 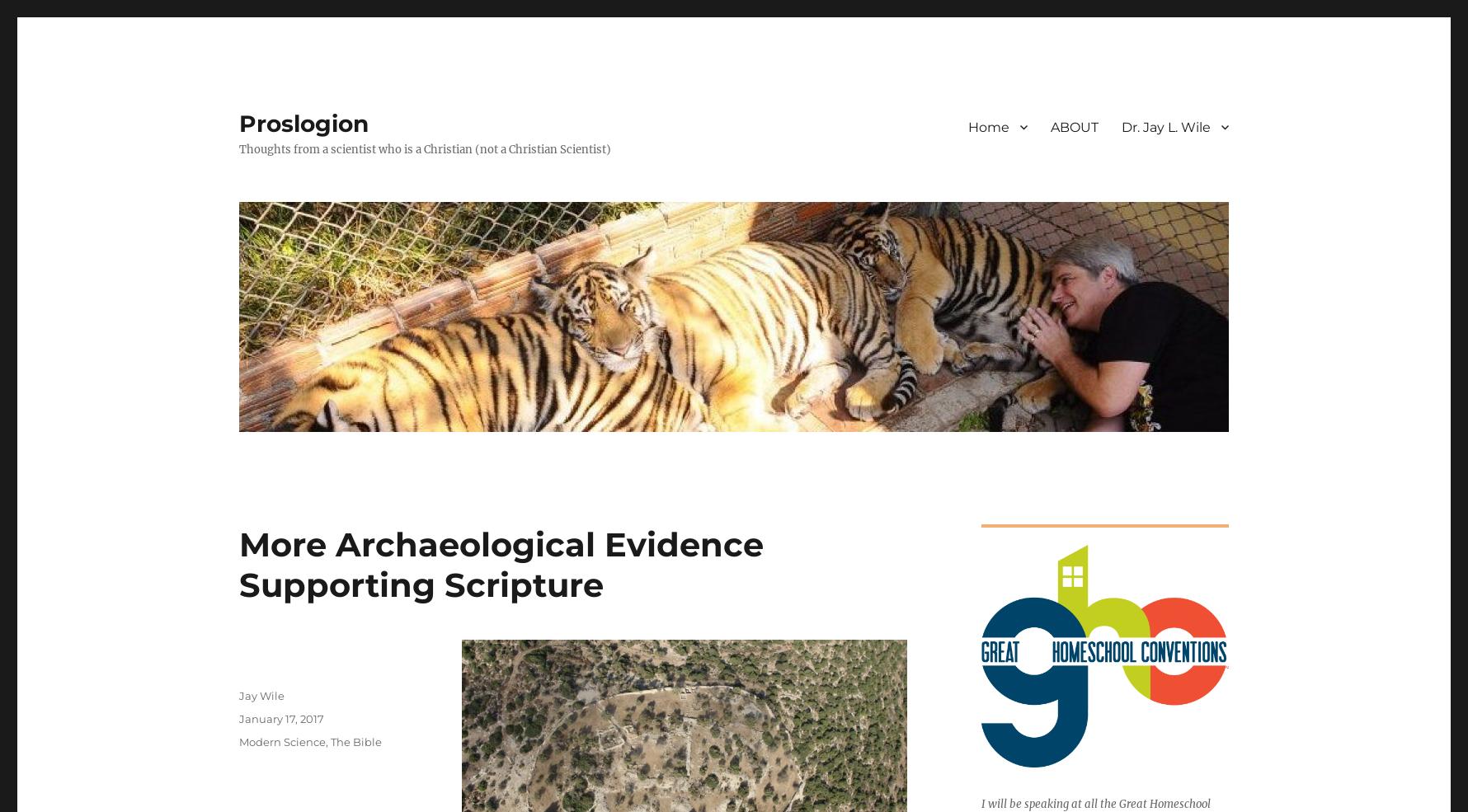 I want to click on 'More Archaeological Evidence Supporting Scripture', so click(x=501, y=563).